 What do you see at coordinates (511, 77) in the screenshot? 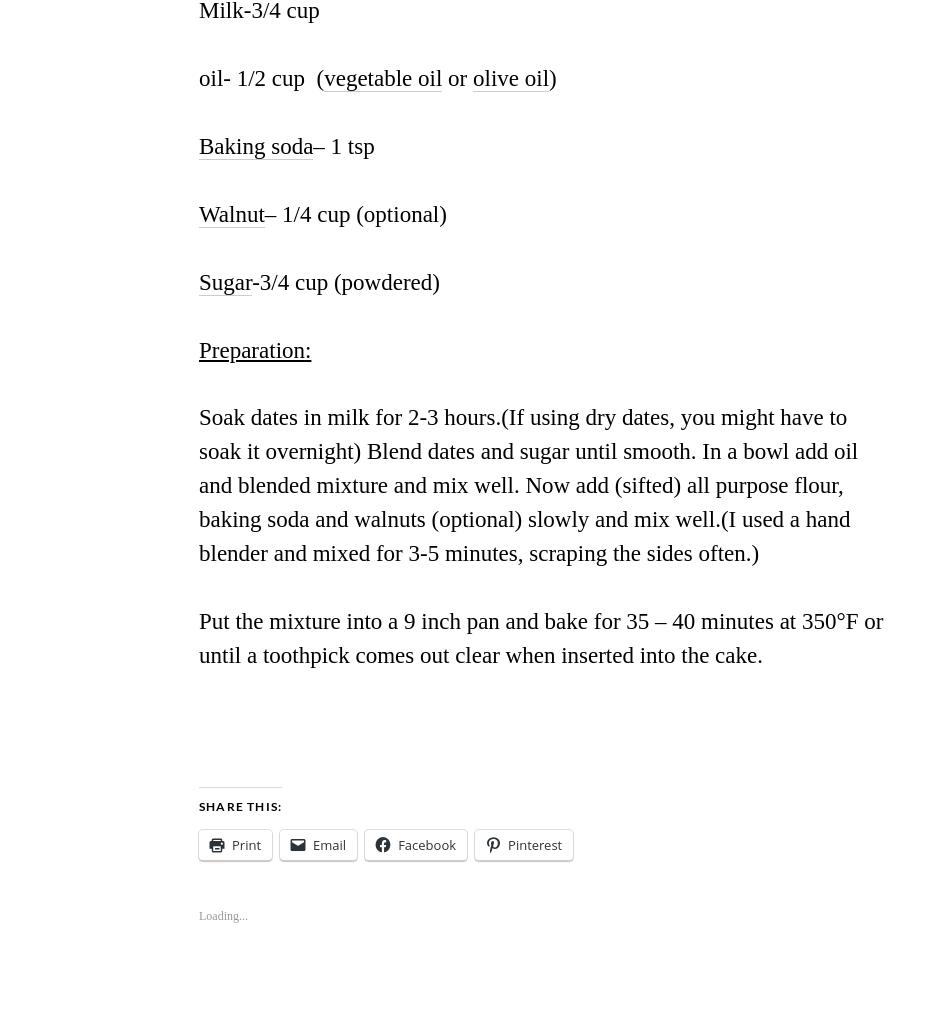
I see `'olive oil'` at bounding box center [511, 77].